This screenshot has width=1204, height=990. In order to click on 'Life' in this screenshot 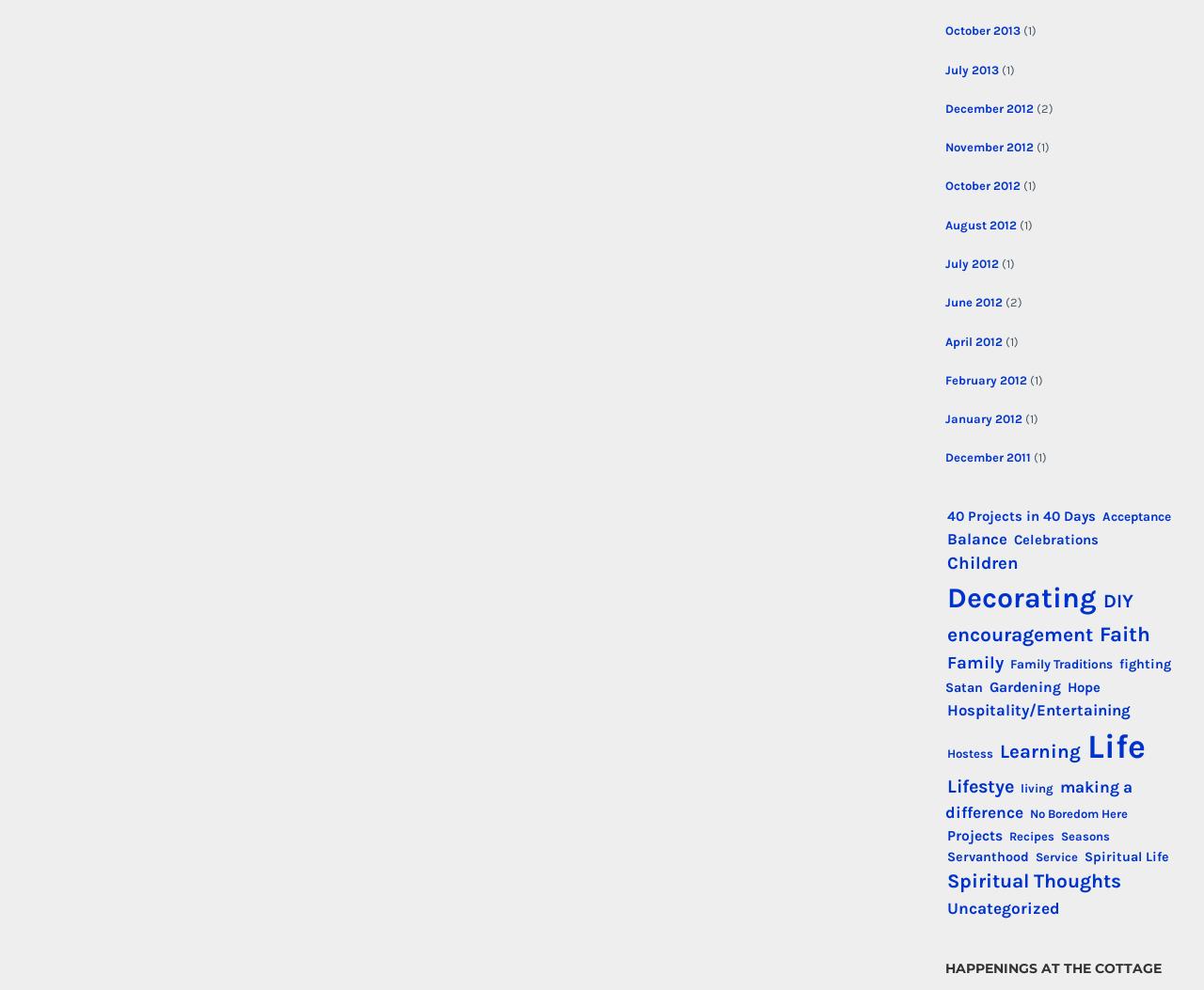, I will do `click(1116, 746)`.